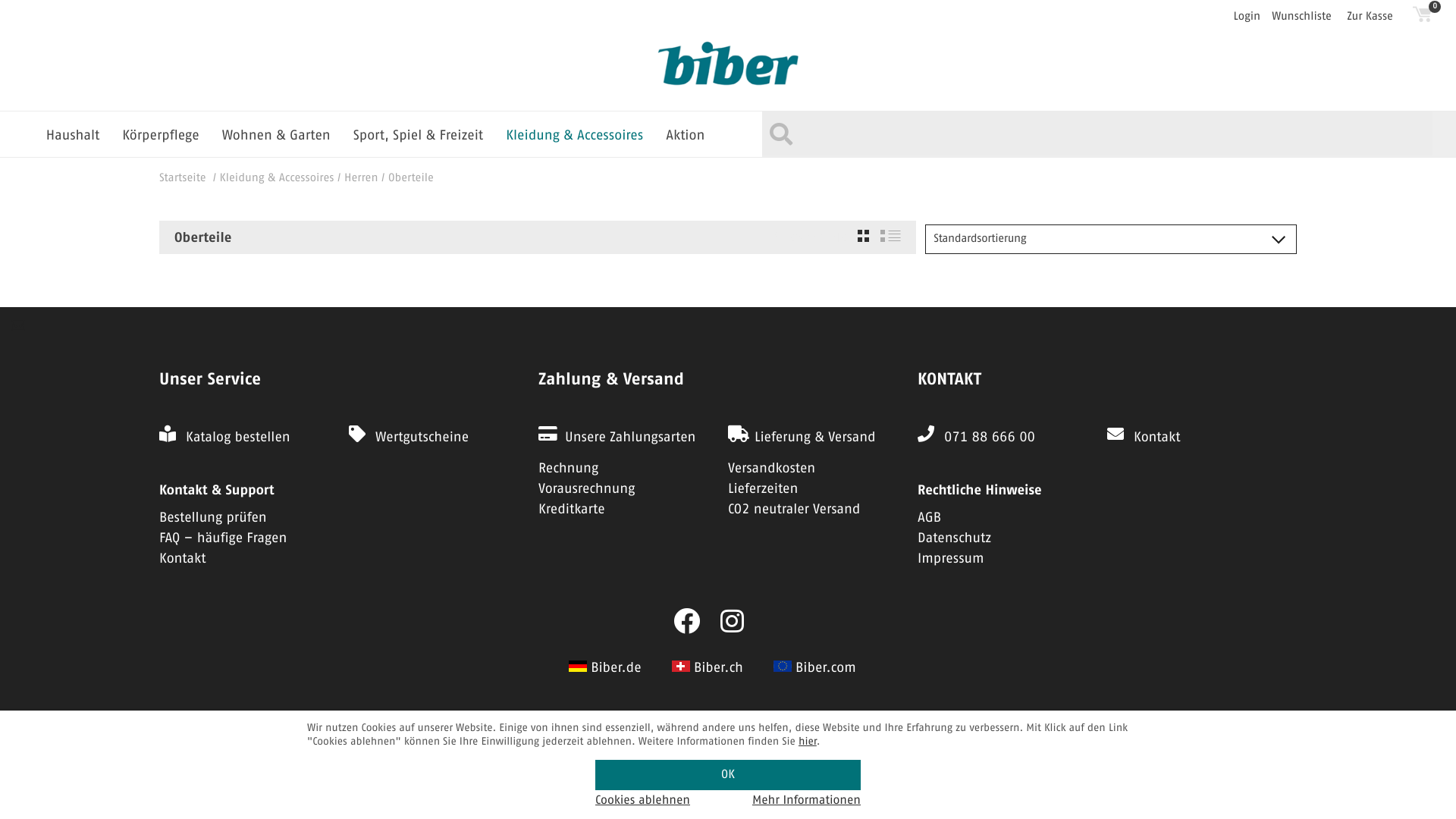  Describe the element at coordinates (728, 775) in the screenshot. I see `'OK'` at that location.